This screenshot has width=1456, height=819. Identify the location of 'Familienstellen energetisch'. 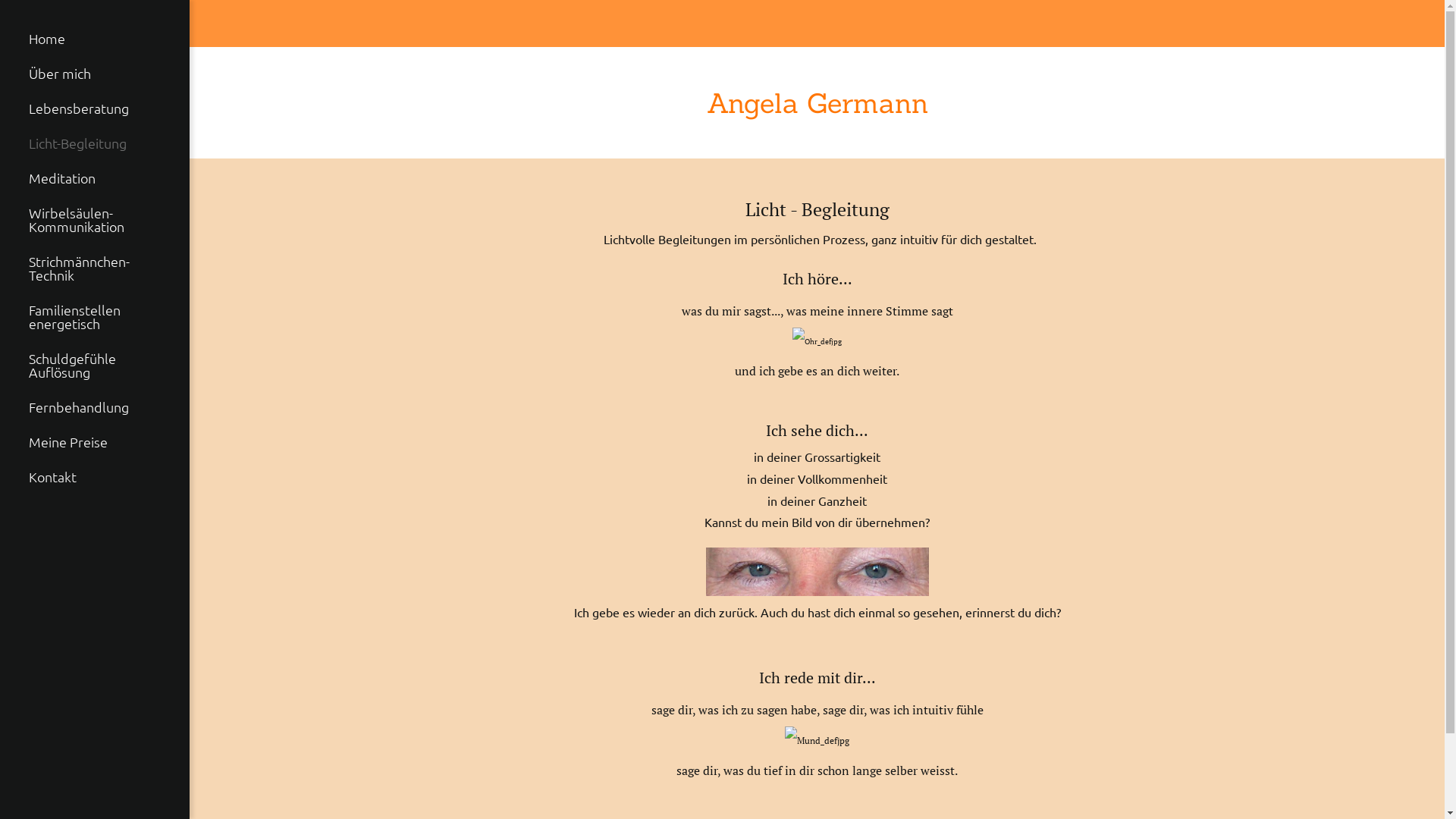
(93, 315).